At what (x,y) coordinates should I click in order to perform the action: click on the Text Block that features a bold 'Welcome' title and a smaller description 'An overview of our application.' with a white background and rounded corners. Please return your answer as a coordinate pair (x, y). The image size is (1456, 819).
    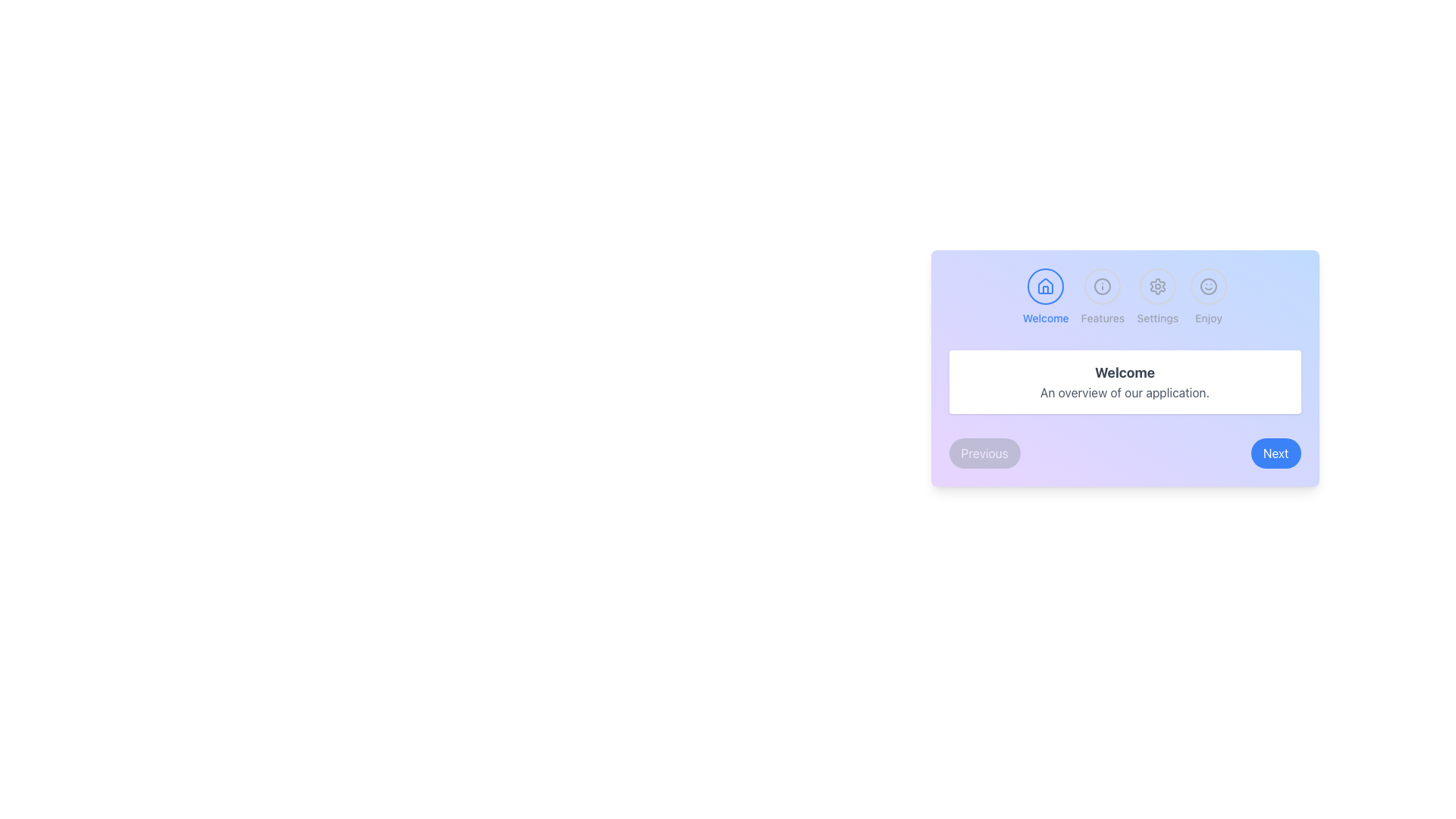
    Looking at the image, I should click on (1125, 381).